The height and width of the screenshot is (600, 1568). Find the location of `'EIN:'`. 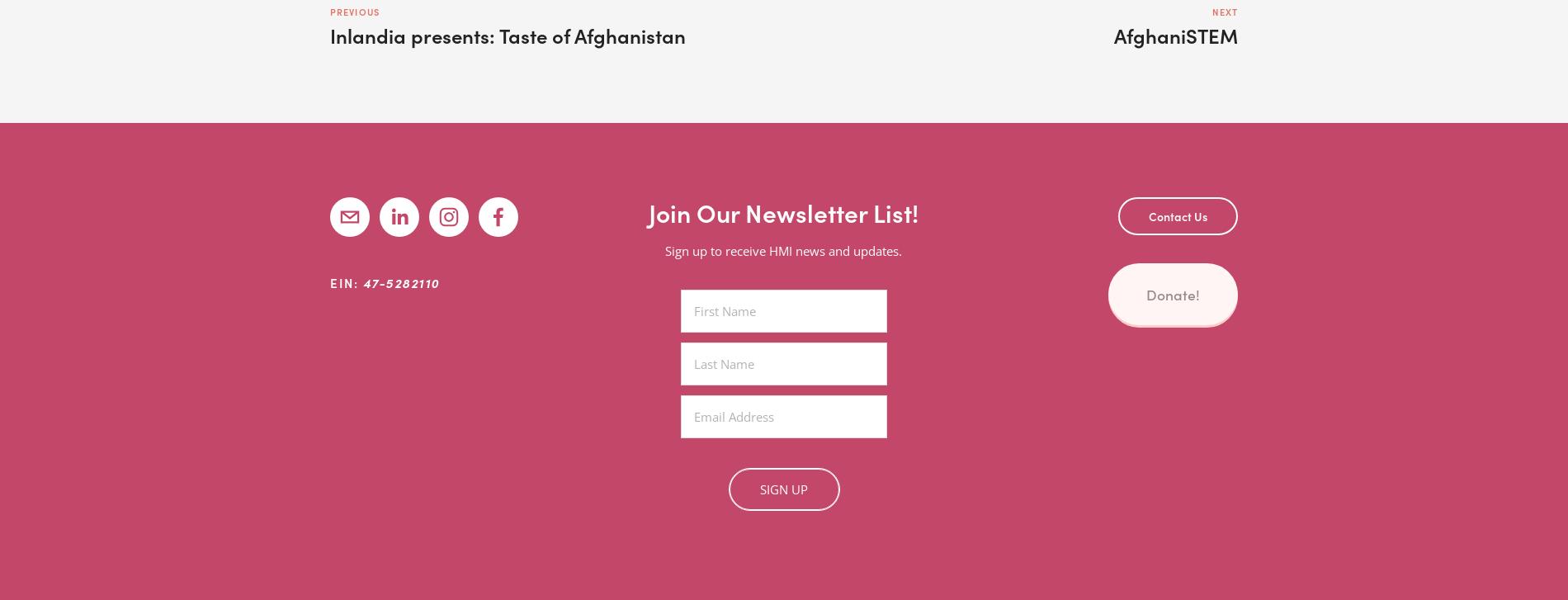

'EIN:' is located at coordinates (345, 281).